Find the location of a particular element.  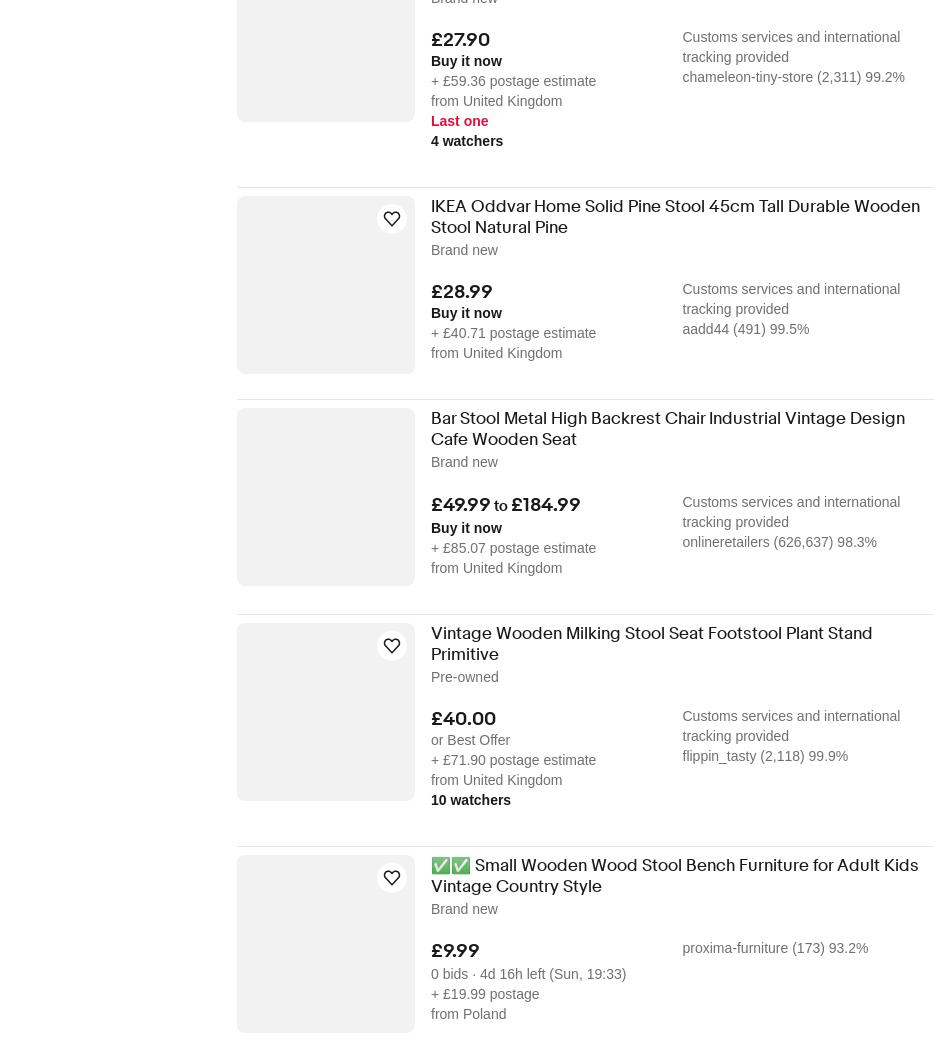

'to' is located at coordinates (501, 504).